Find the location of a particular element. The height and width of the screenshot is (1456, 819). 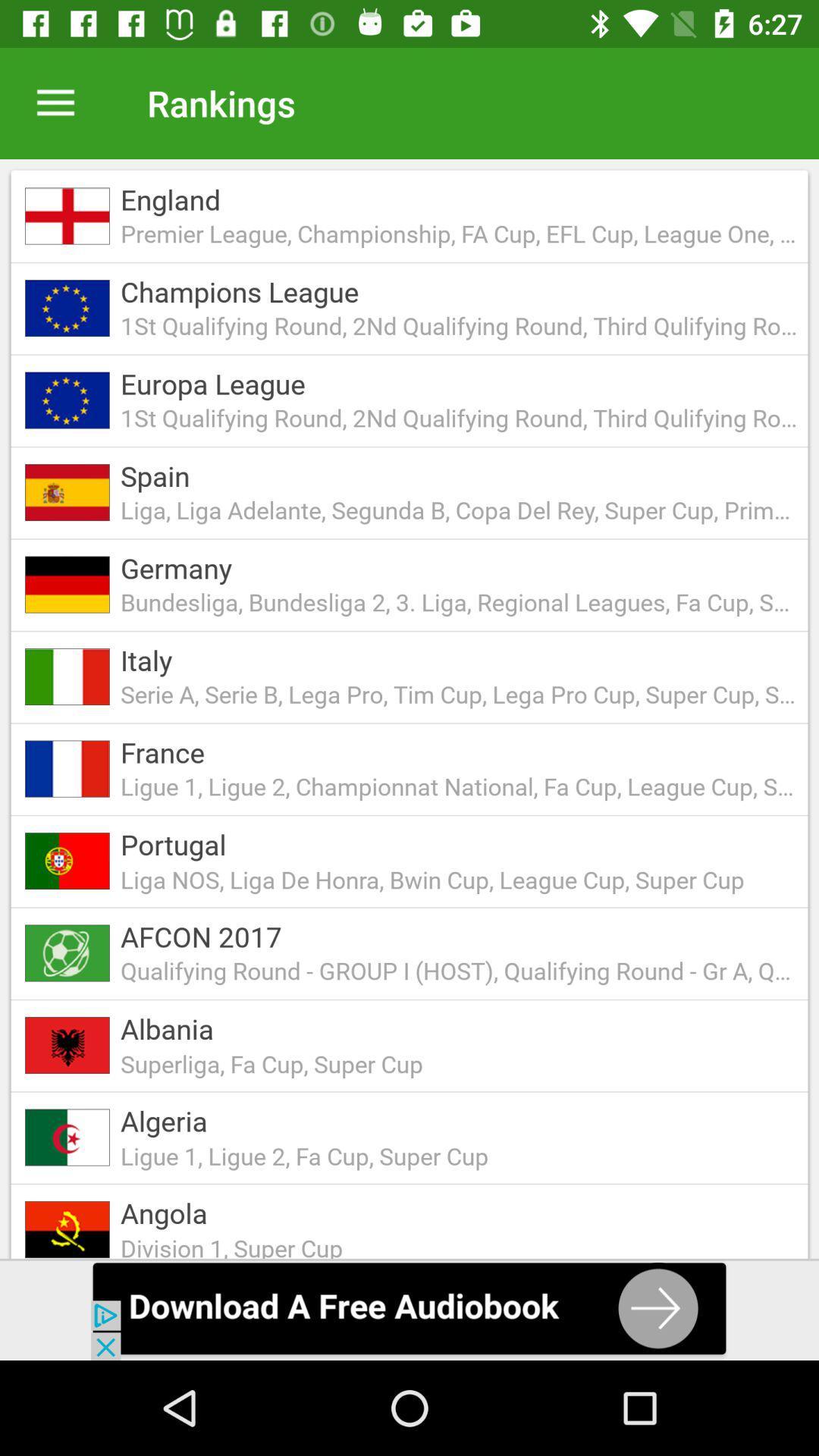

advertisemant is located at coordinates (409, 1310).